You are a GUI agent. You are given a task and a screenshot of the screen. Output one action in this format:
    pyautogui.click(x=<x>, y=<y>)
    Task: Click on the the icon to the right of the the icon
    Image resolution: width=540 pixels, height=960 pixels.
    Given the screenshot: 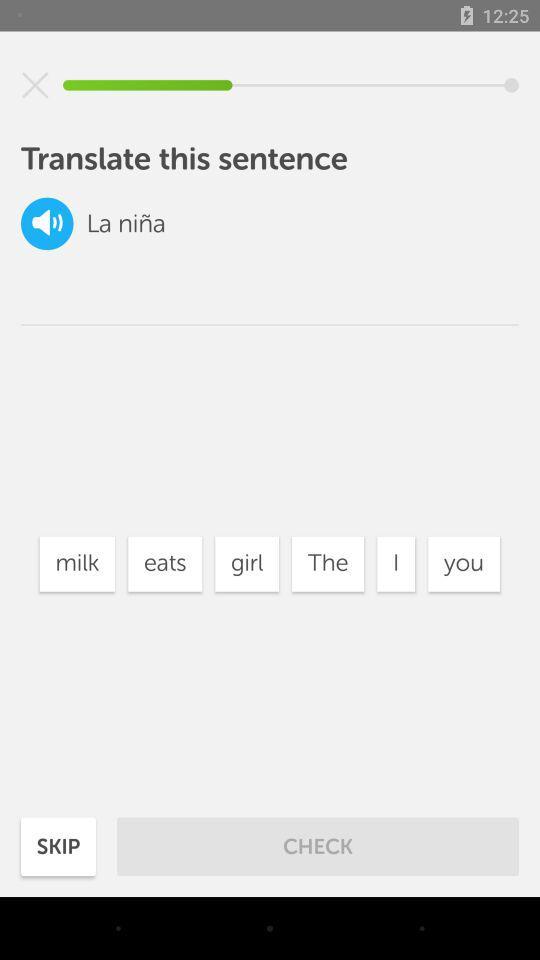 What is the action you would take?
    pyautogui.click(x=396, y=564)
    